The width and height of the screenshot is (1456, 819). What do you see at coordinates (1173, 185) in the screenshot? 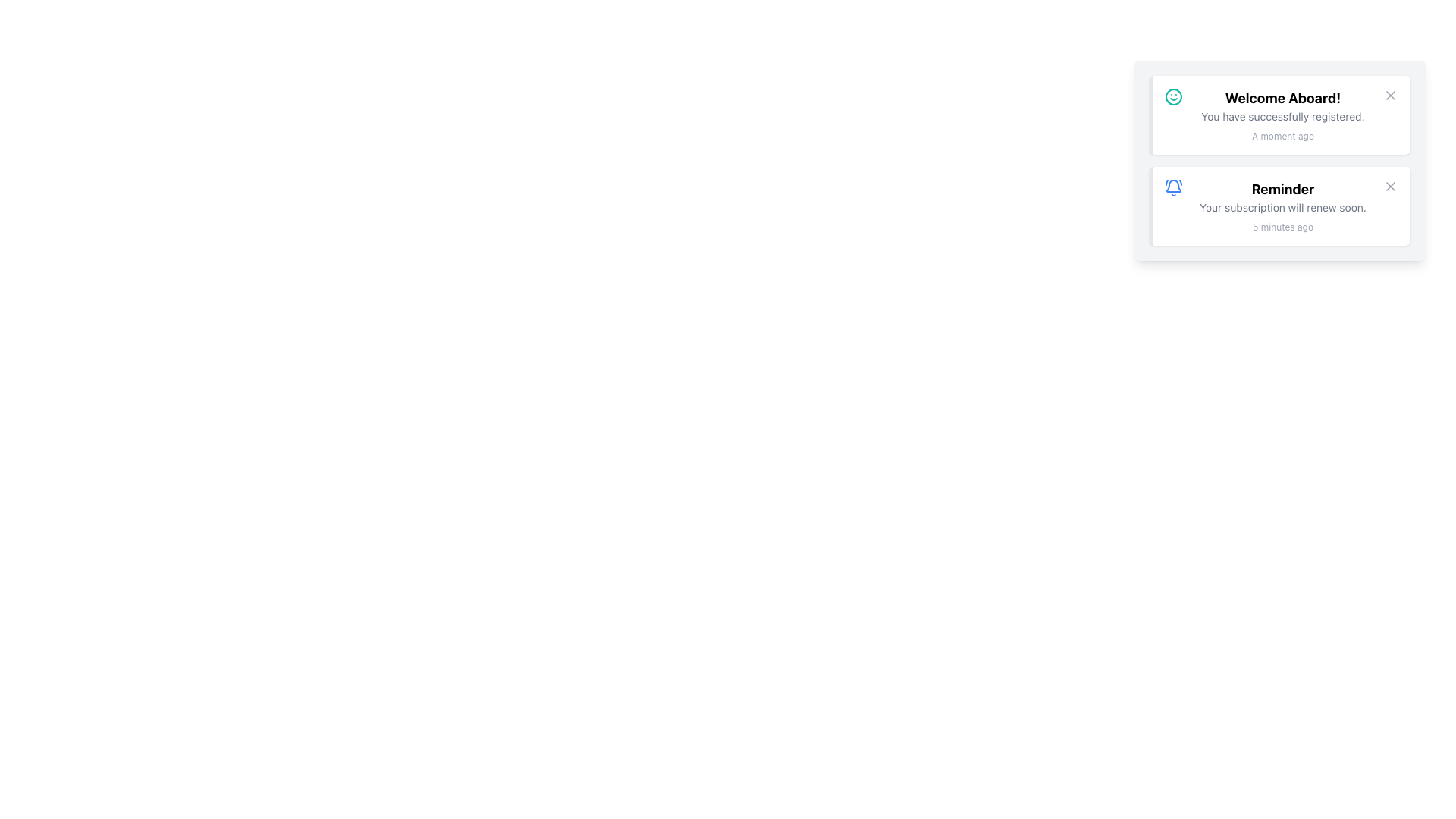
I see `the lower arching part of the bell icon, which serves` at bounding box center [1173, 185].